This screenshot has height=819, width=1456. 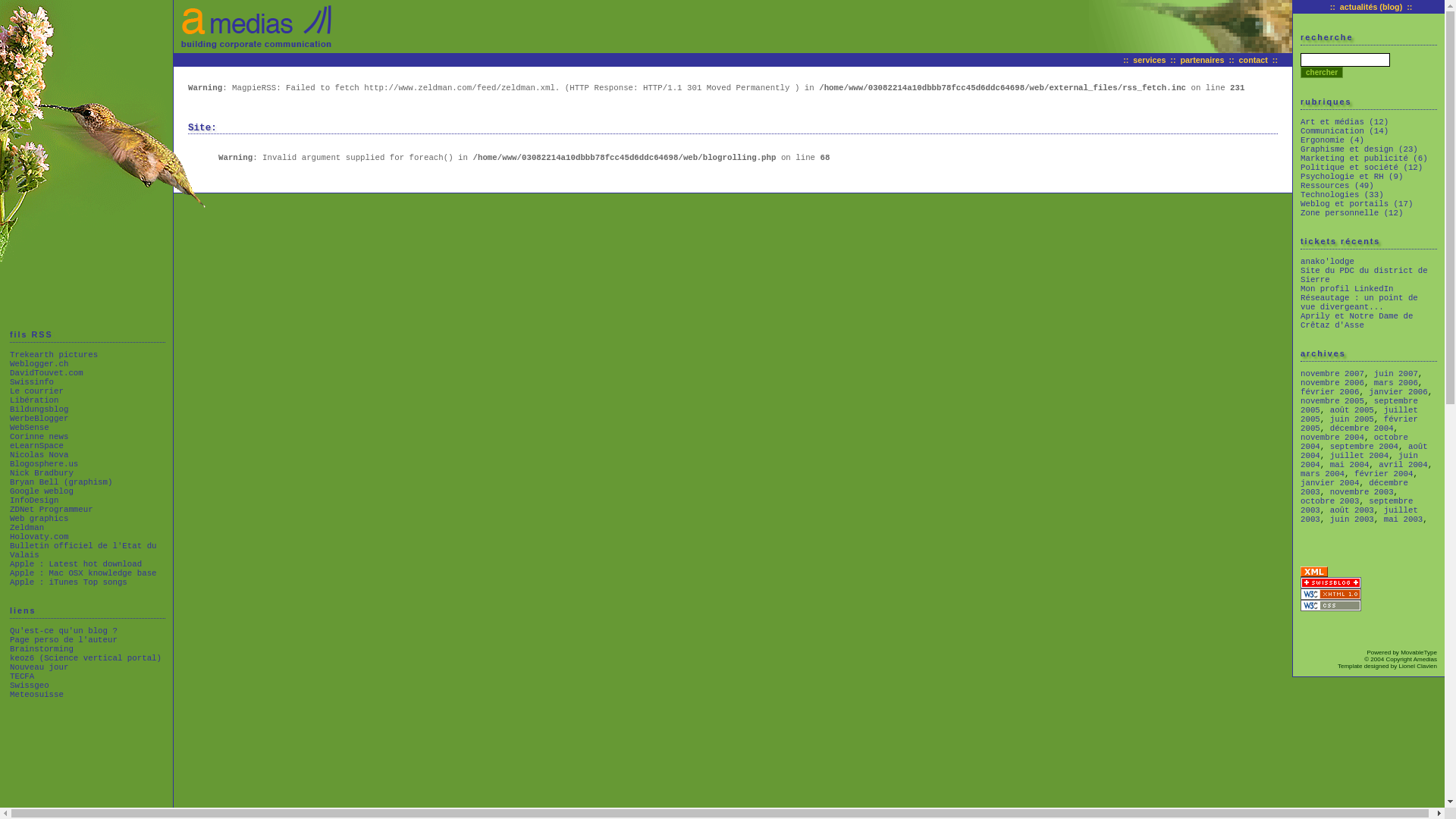 What do you see at coordinates (1299, 472) in the screenshot?
I see `'mars 2004'` at bounding box center [1299, 472].